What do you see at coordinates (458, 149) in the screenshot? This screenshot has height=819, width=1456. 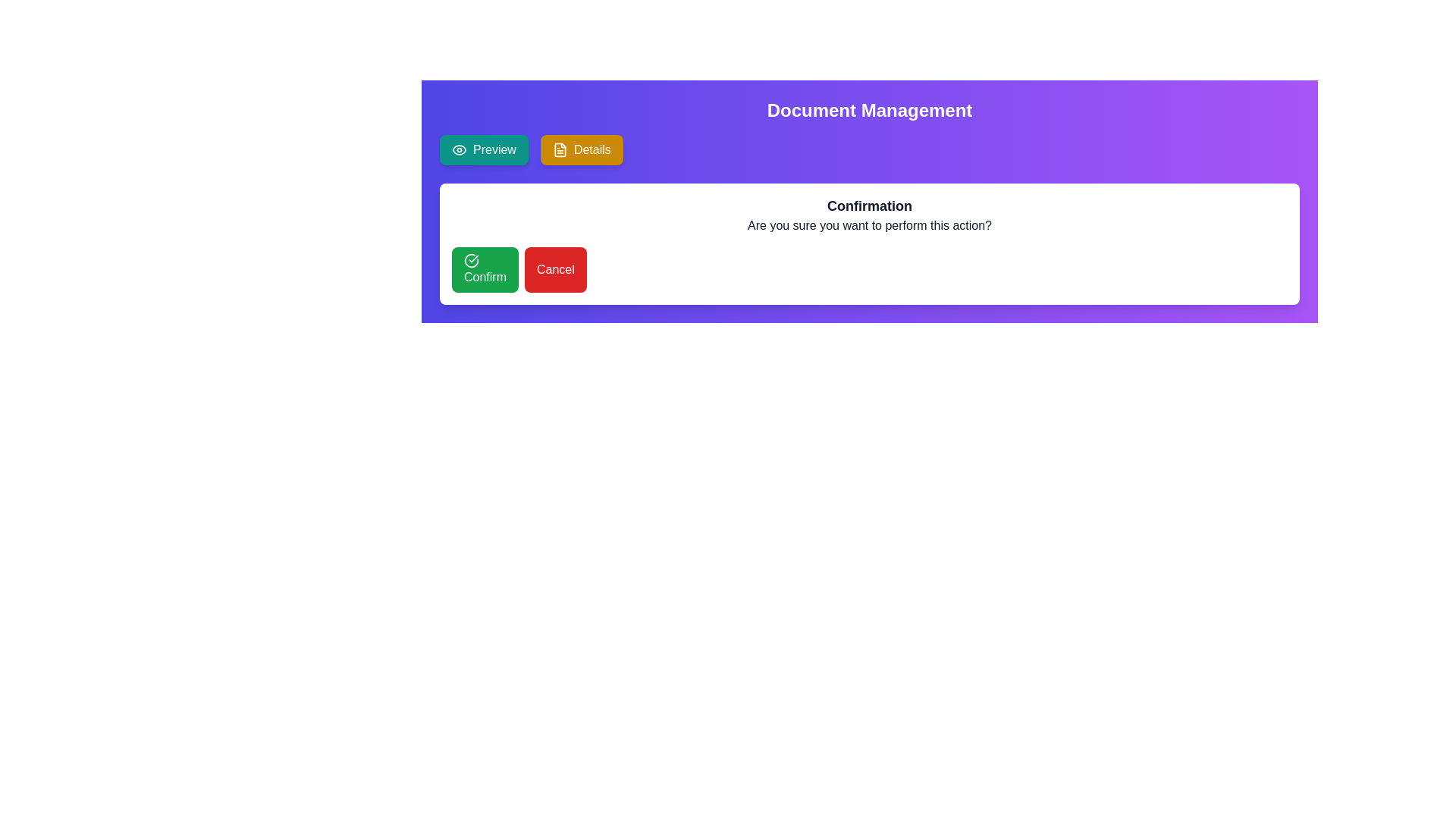 I see `the small eye-shaped icon with a circular outline and a center dot, which is embedded within the 'Preview' button located in the top left corner of the interface section` at bounding box center [458, 149].